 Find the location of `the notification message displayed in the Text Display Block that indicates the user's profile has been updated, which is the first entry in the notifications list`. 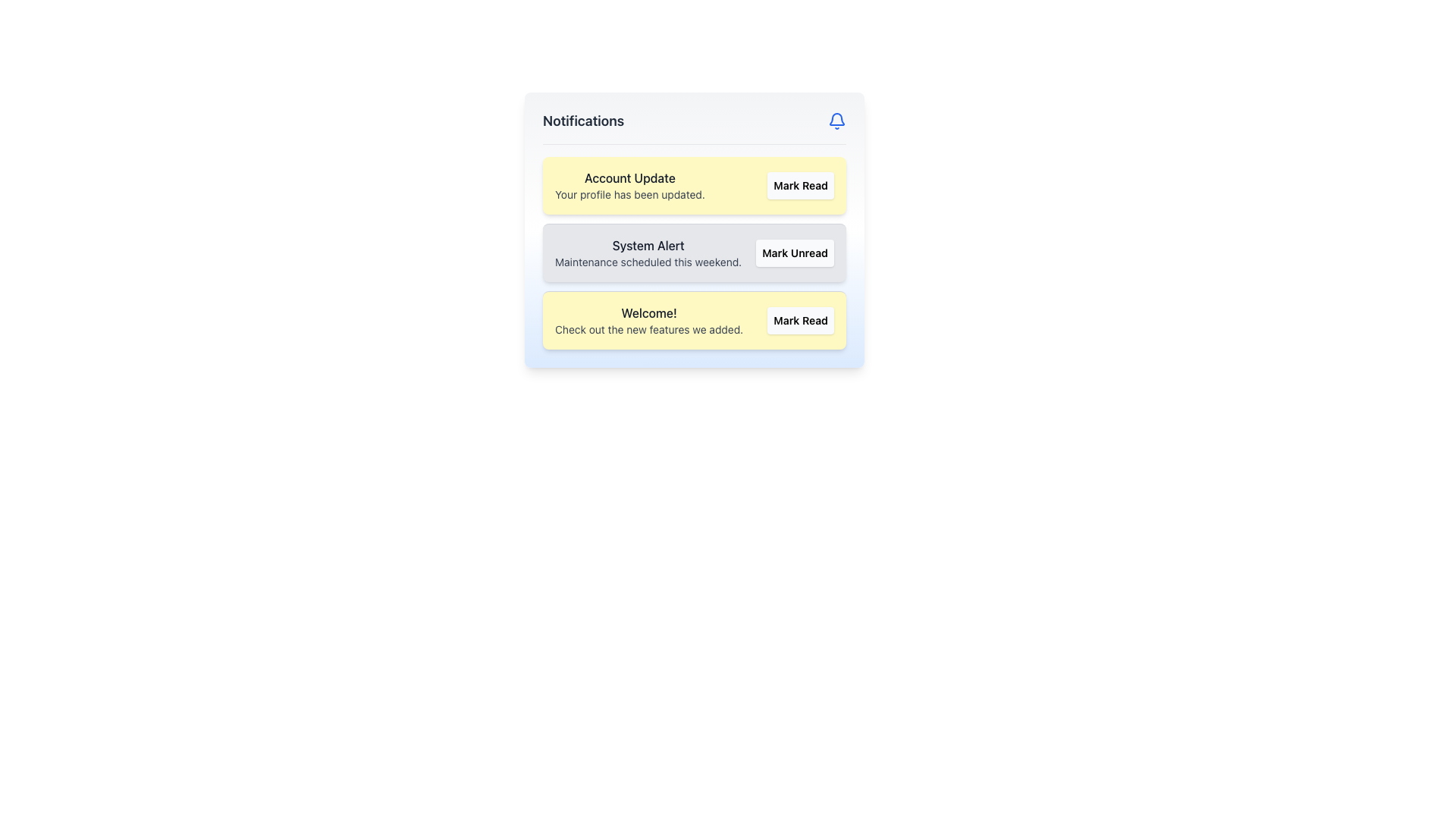

the notification message displayed in the Text Display Block that indicates the user's profile has been updated, which is the first entry in the notifications list is located at coordinates (629, 185).